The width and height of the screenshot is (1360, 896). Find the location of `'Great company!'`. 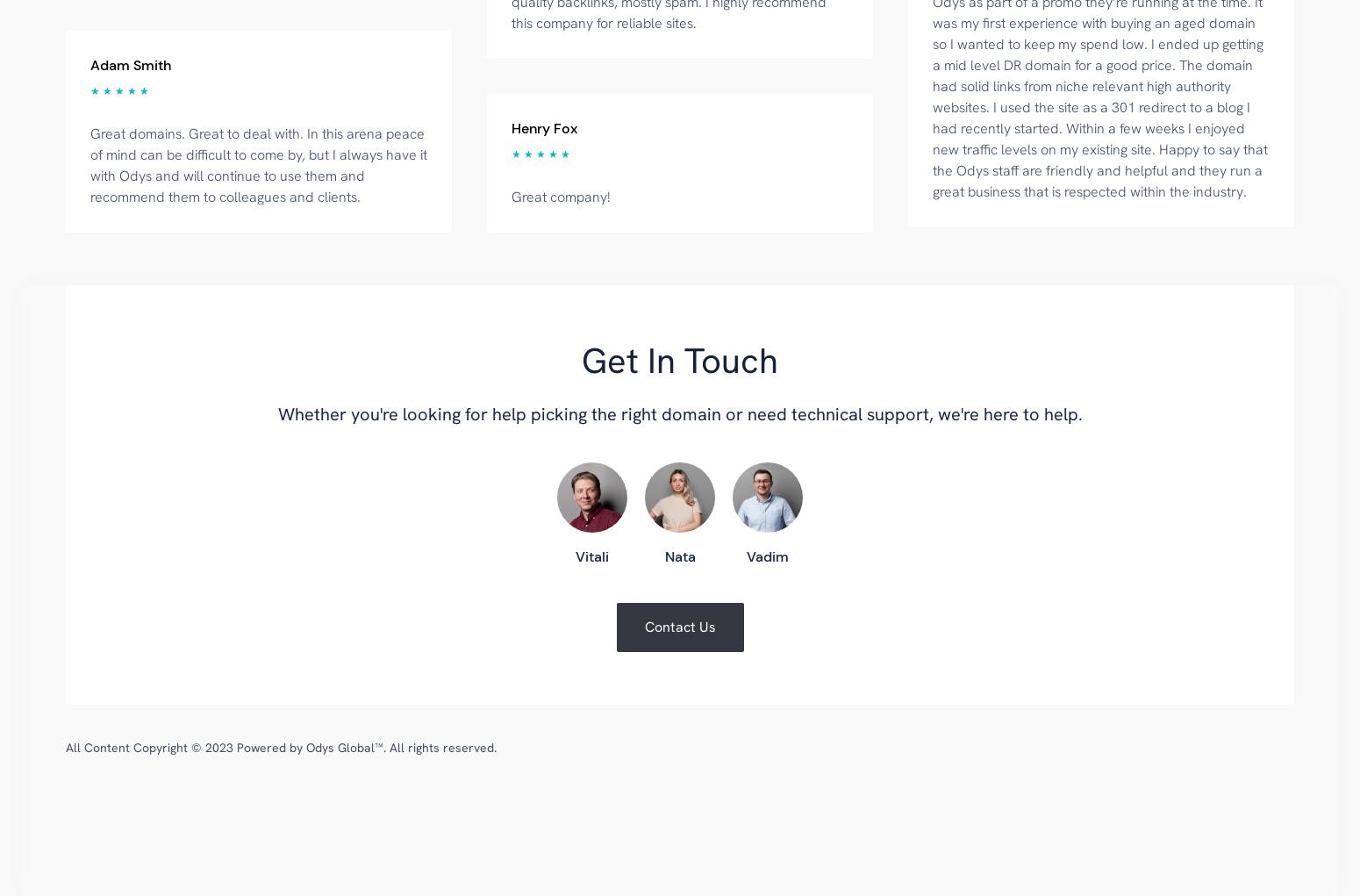

'Great company!' is located at coordinates (511, 196).